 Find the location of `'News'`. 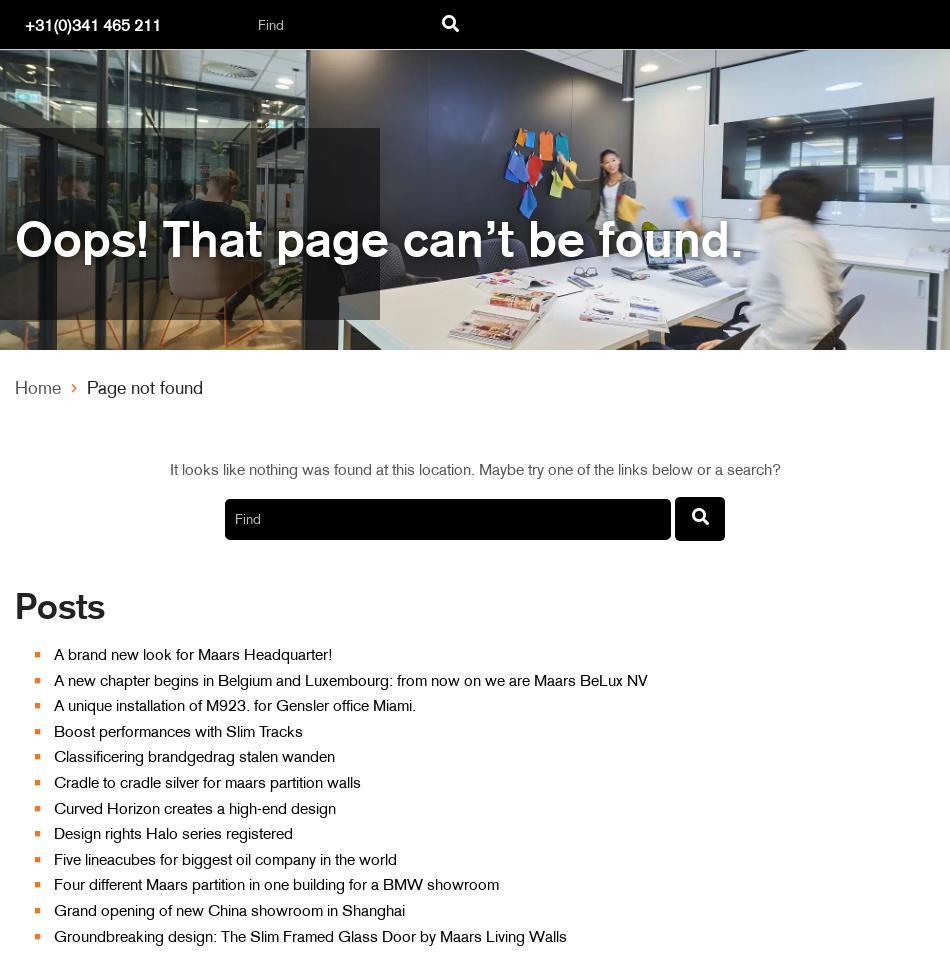

'News' is located at coordinates (73, 380).